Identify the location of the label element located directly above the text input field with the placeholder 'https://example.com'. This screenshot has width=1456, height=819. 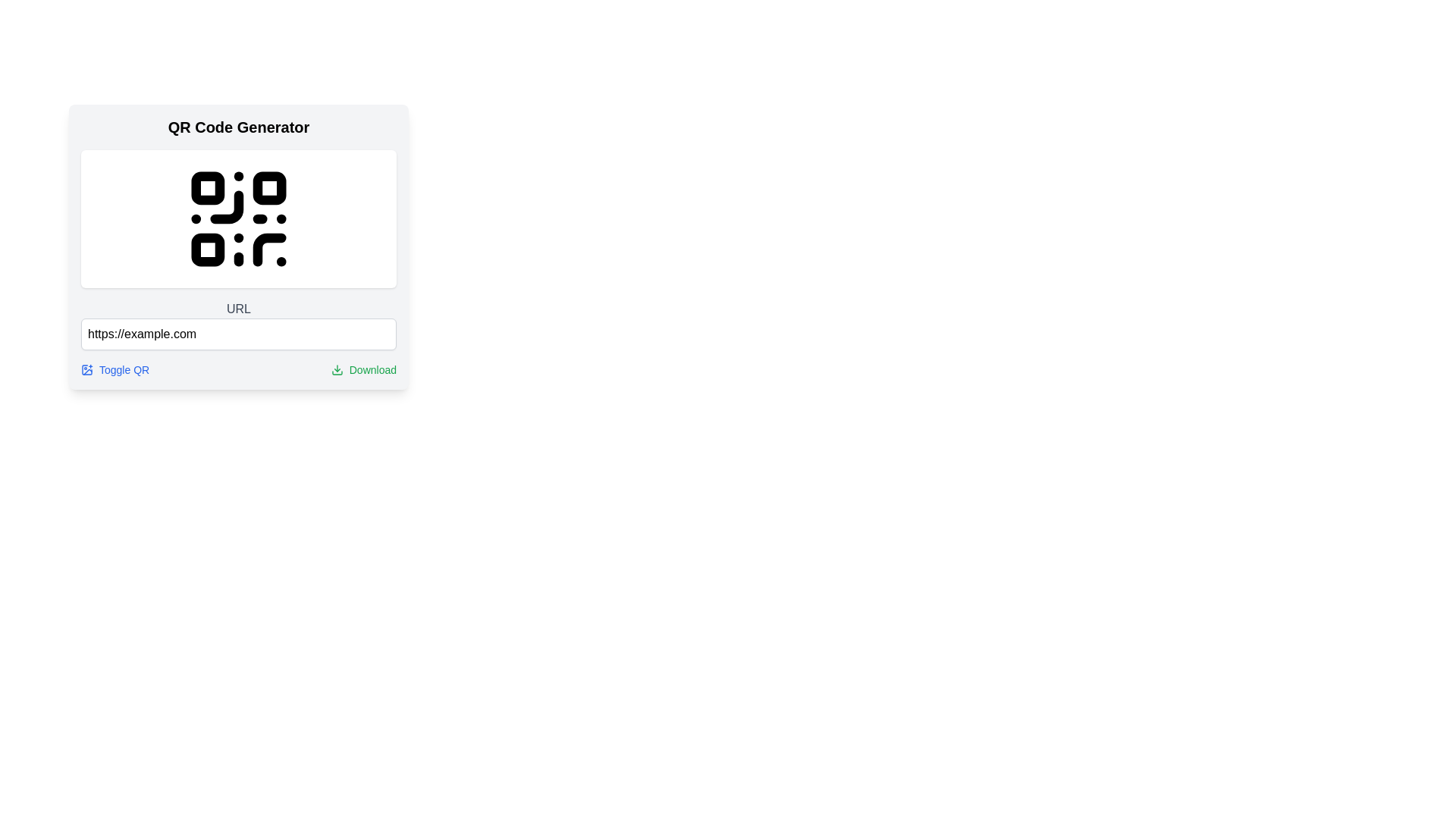
(238, 309).